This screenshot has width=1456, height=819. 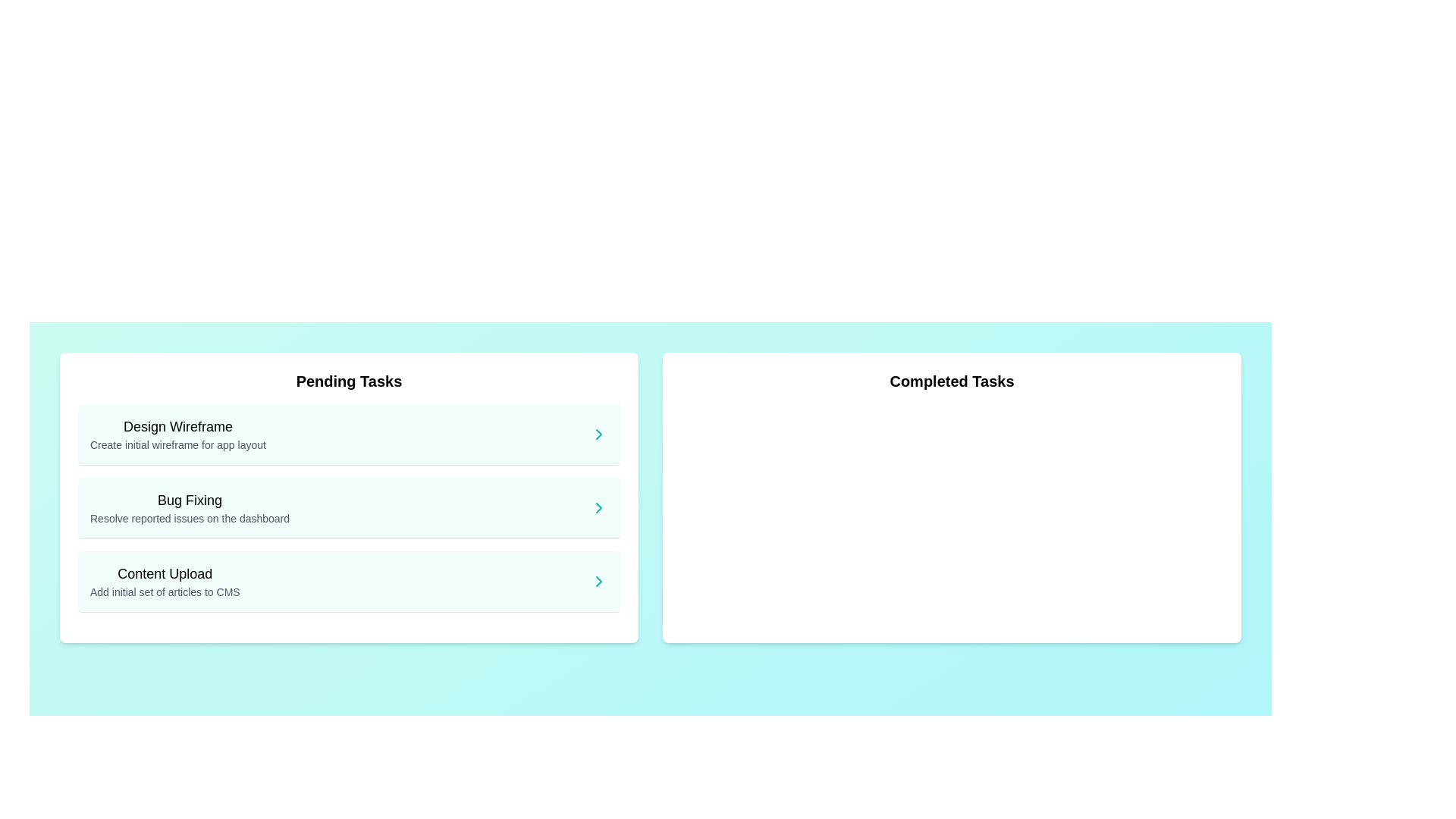 What do you see at coordinates (178, 427) in the screenshot?
I see `text of the title in the first task card located in the 'Pending Tasks' list on the left side of the layout` at bounding box center [178, 427].